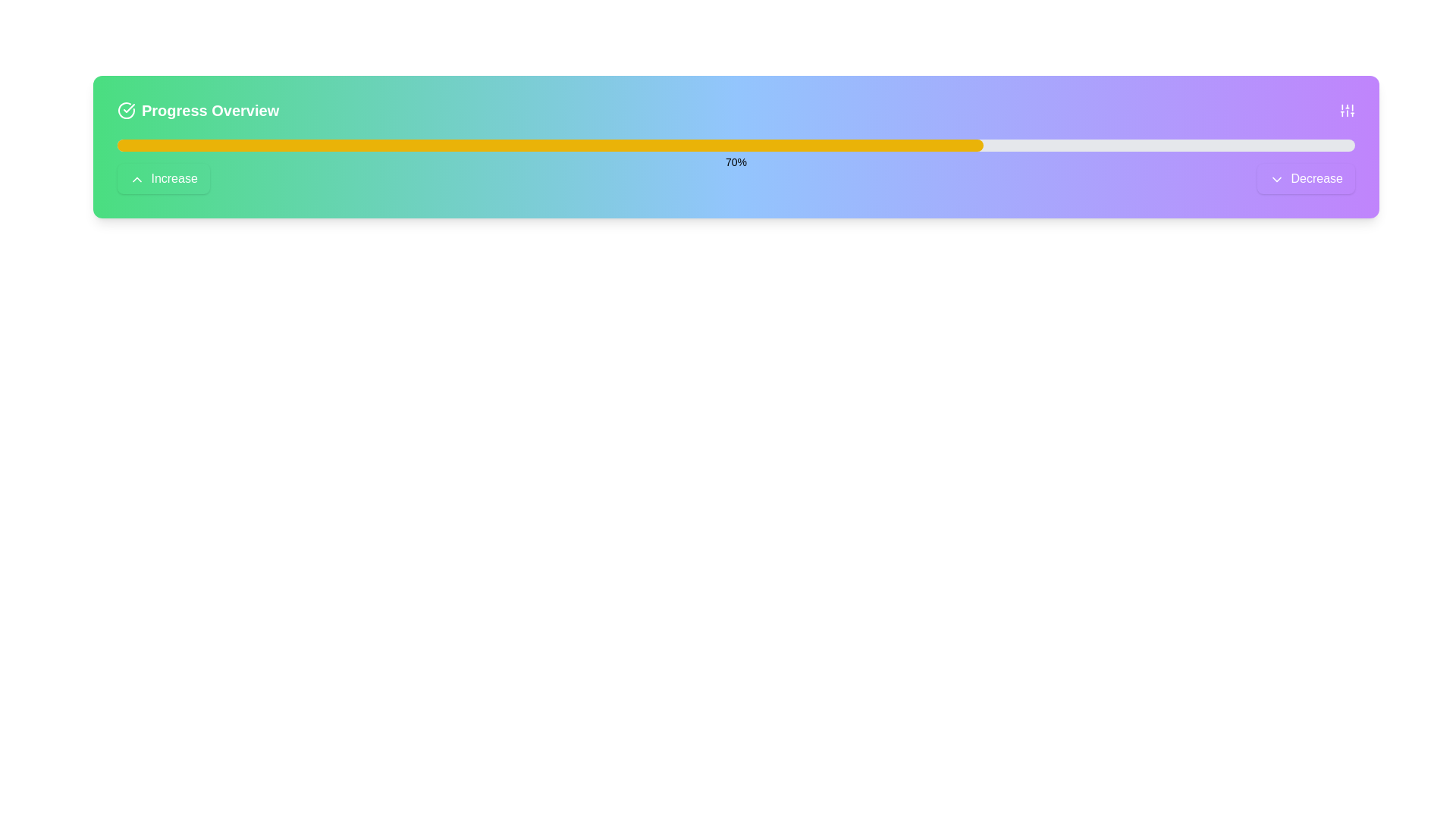 This screenshot has width=1456, height=819. Describe the element at coordinates (736, 110) in the screenshot. I see `icons in the 'Progress Overview' section, which features a checkmark icon to the left and a vertical sliders icon to the right` at that location.